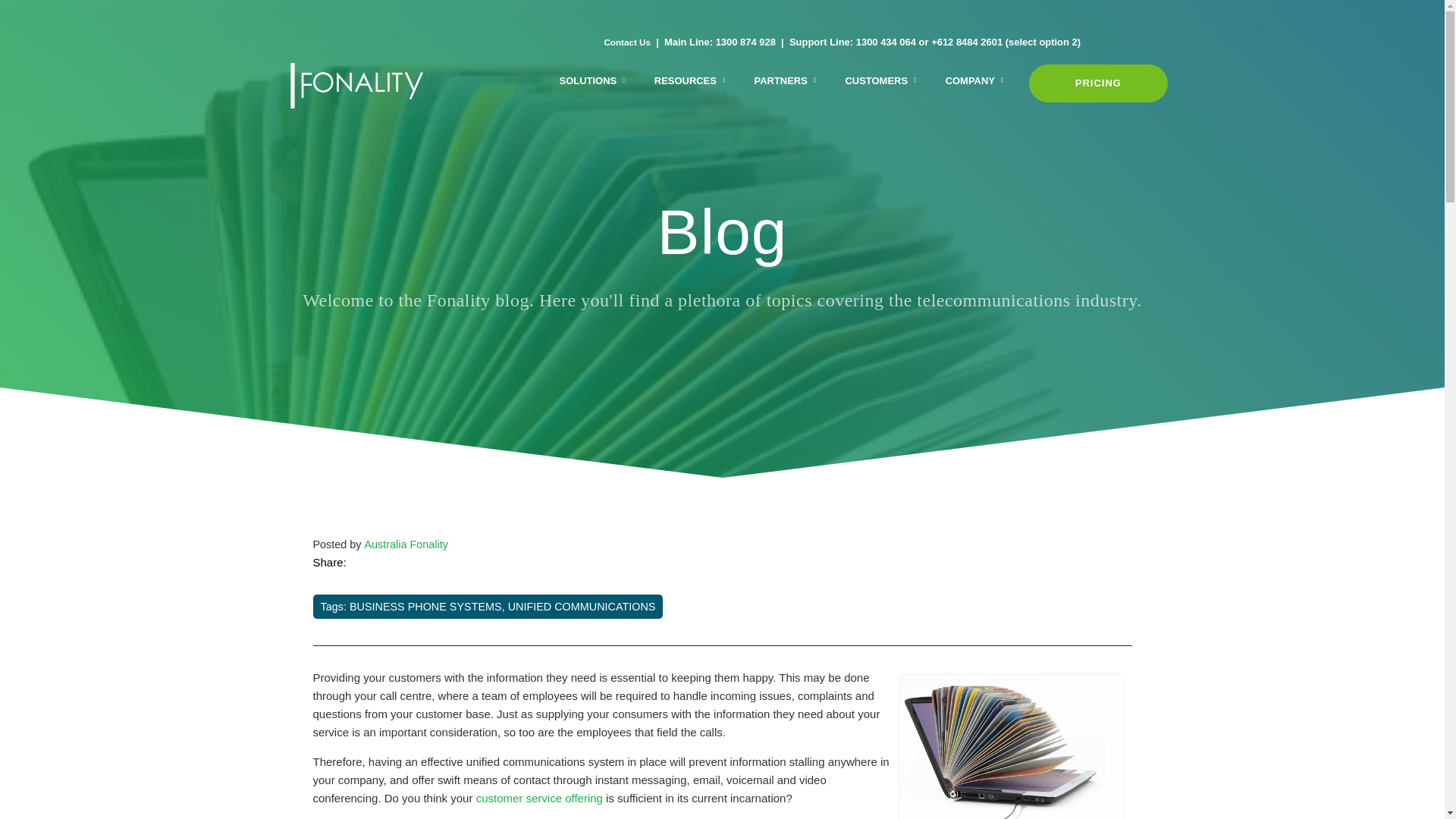 This screenshot has height=819, width=1456. I want to click on 'UNIFIED COMMUNICATIONS', so click(581, 605).